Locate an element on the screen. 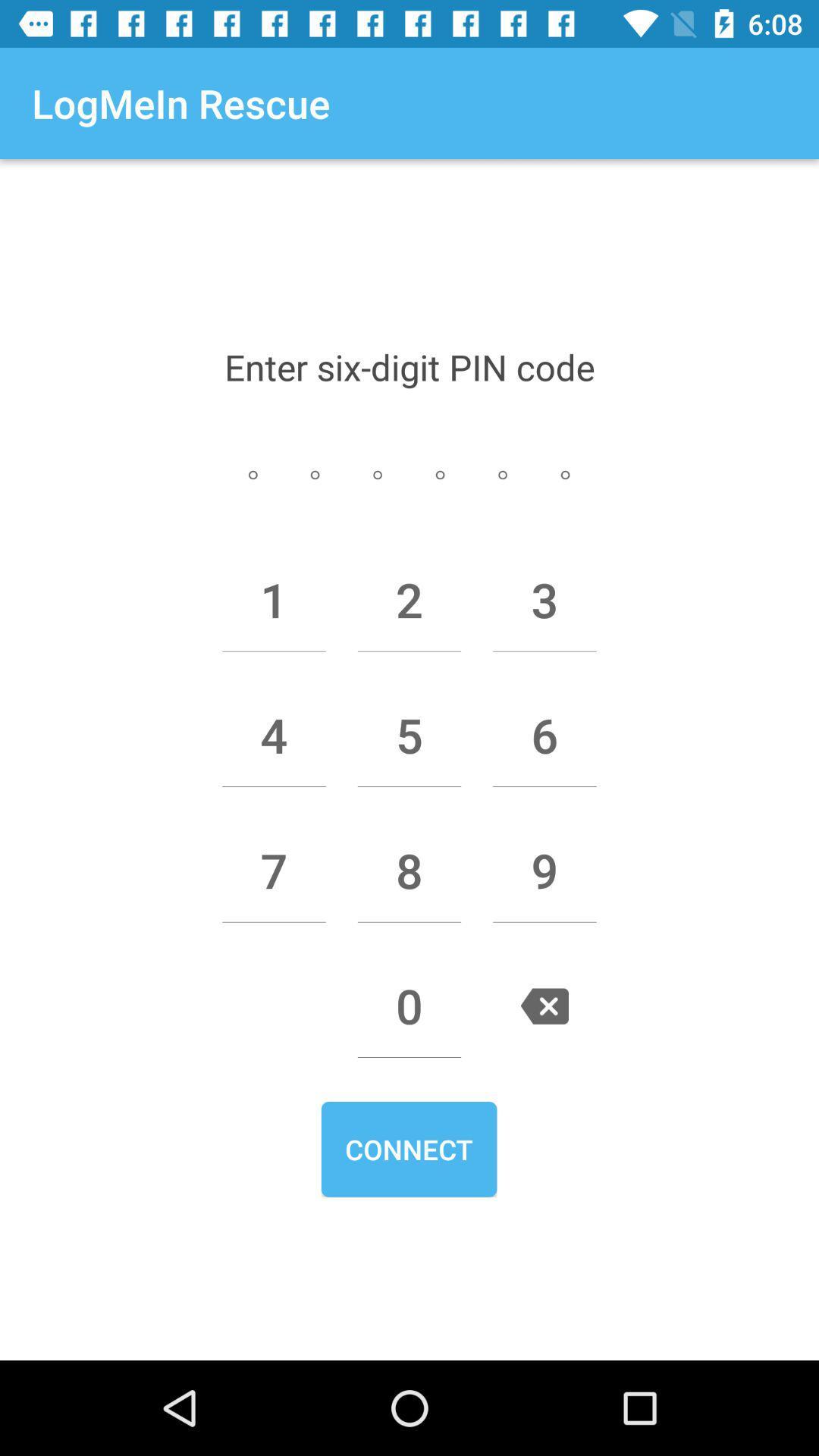 This screenshot has height=1456, width=819. item below 4 item is located at coordinates (274, 871).